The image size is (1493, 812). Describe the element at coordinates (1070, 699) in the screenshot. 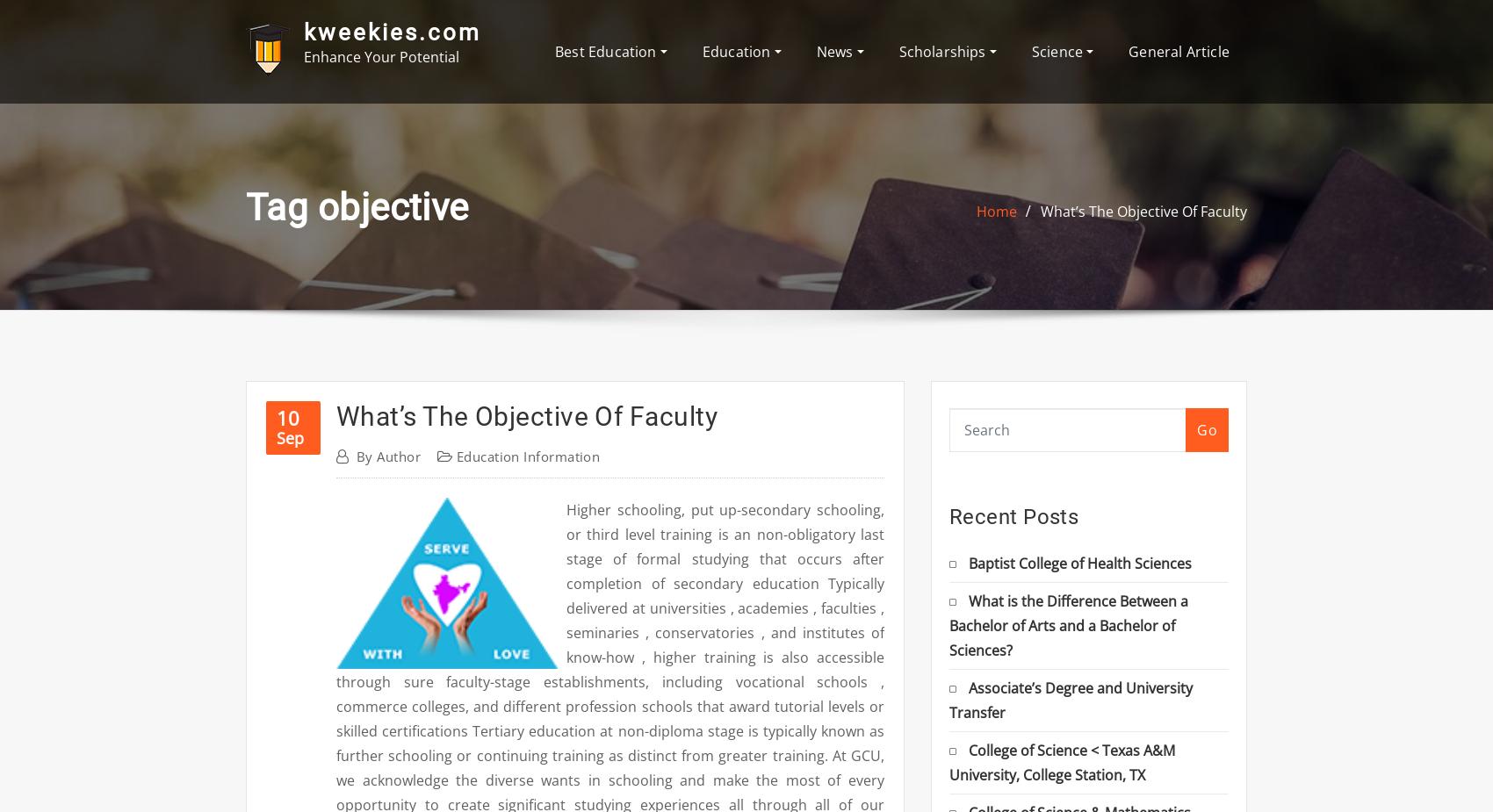

I see `'Associate’s Degree and University Transfer'` at that location.